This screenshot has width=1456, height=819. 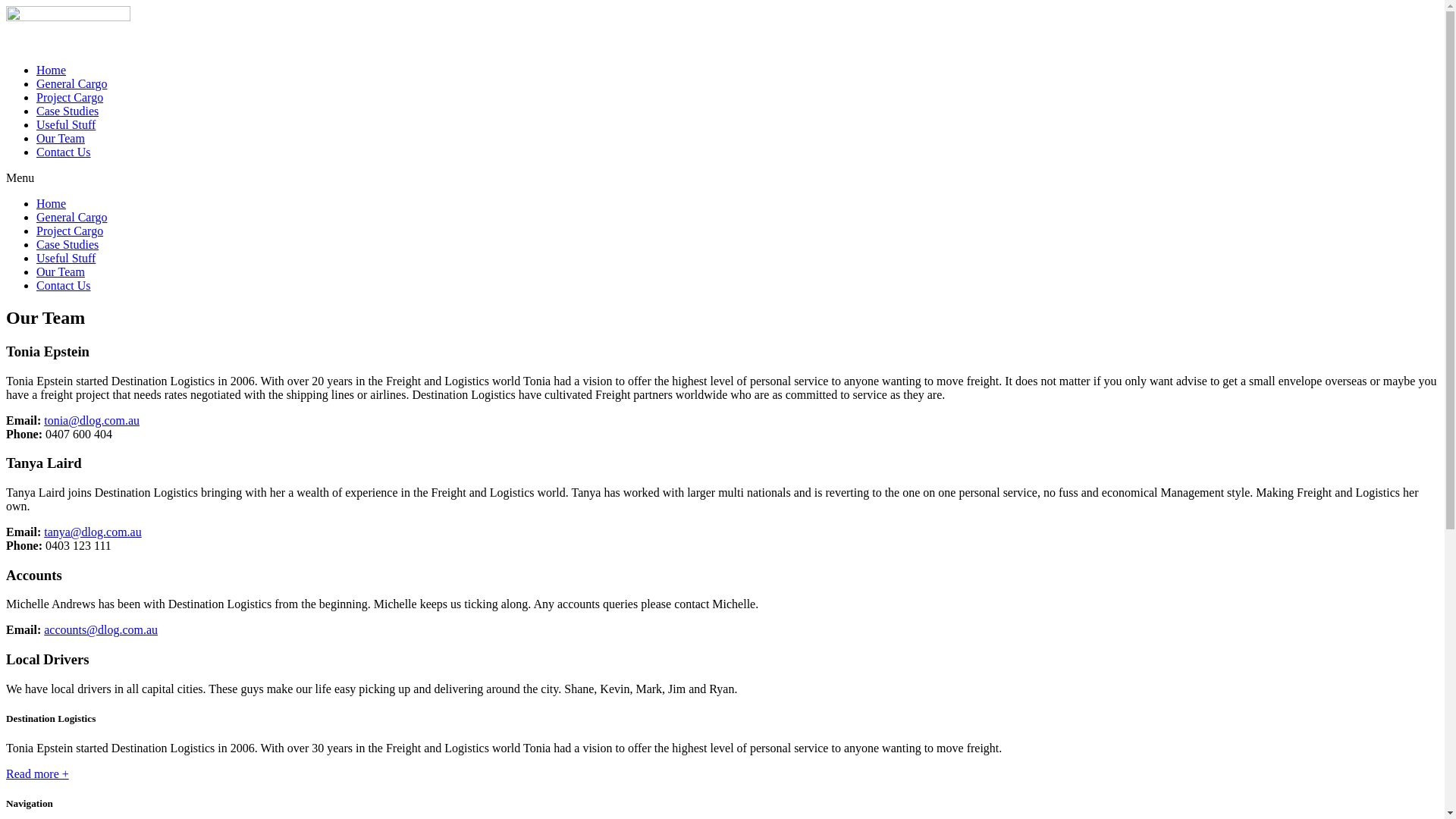 What do you see at coordinates (36, 217) in the screenshot?
I see `'General Cargo'` at bounding box center [36, 217].